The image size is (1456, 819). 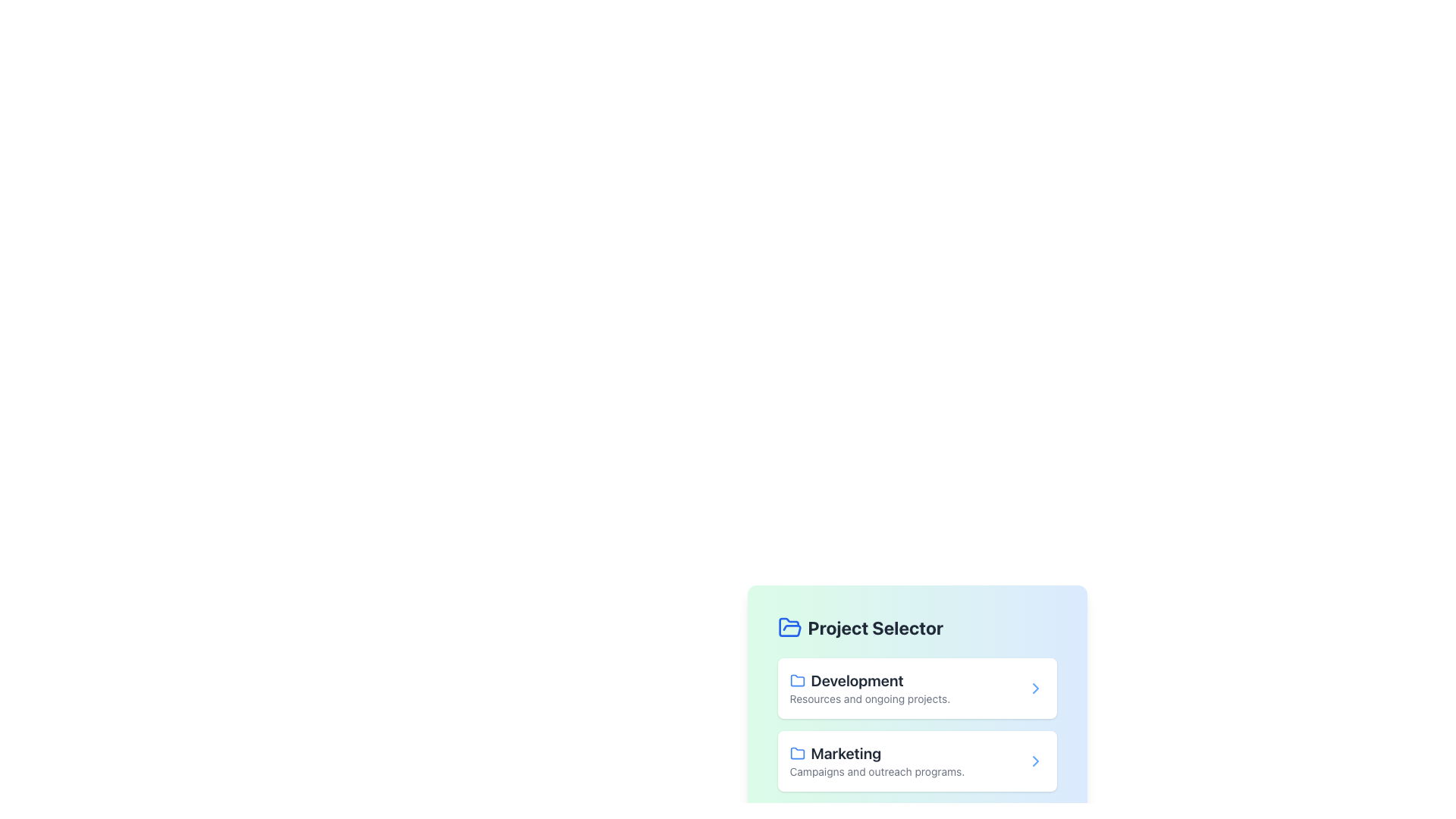 What do you see at coordinates (789, 628) in the screenshot?
I see `the decorative icon representing the project selector functionality located in the panel header titled 'Project Selector'` at bounding box center [789, 628].